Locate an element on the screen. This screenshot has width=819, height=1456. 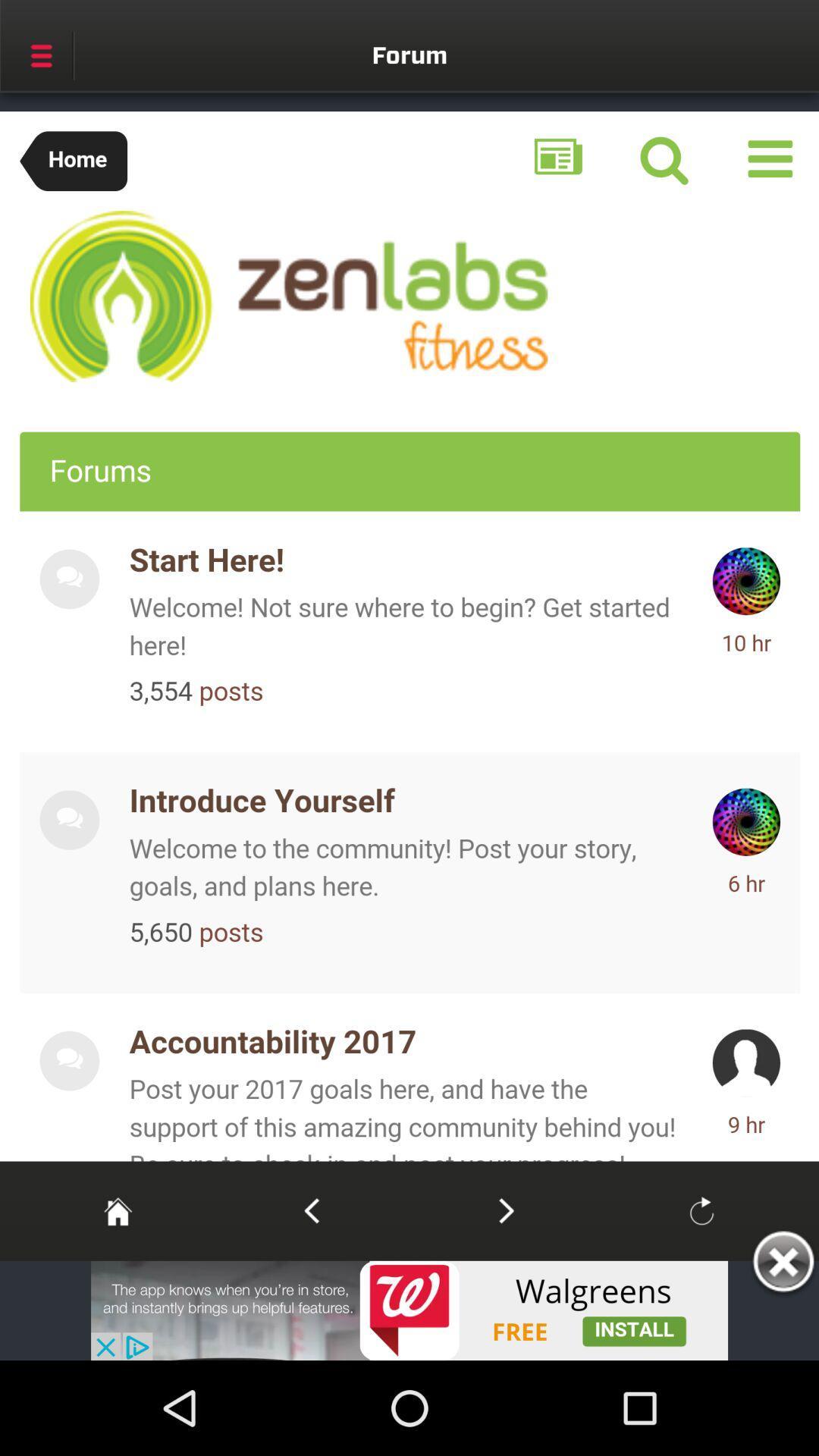
walgreens add to install the free app is located at coordinates (409, 1310).